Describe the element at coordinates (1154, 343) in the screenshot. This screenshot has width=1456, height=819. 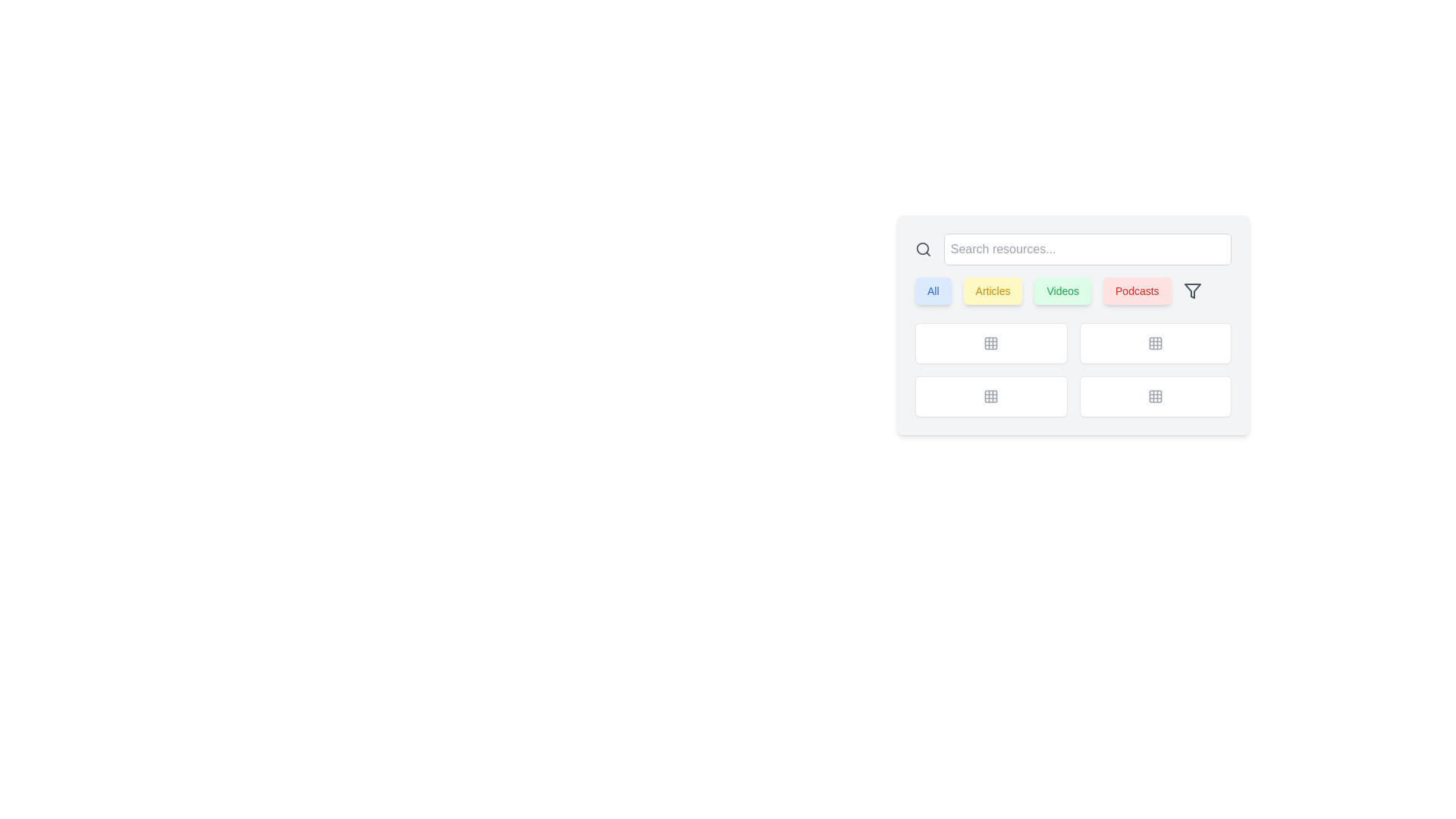
I see `the top-left square of a grid icon, which is part of a control panel and styled with rounded corners` at that location.